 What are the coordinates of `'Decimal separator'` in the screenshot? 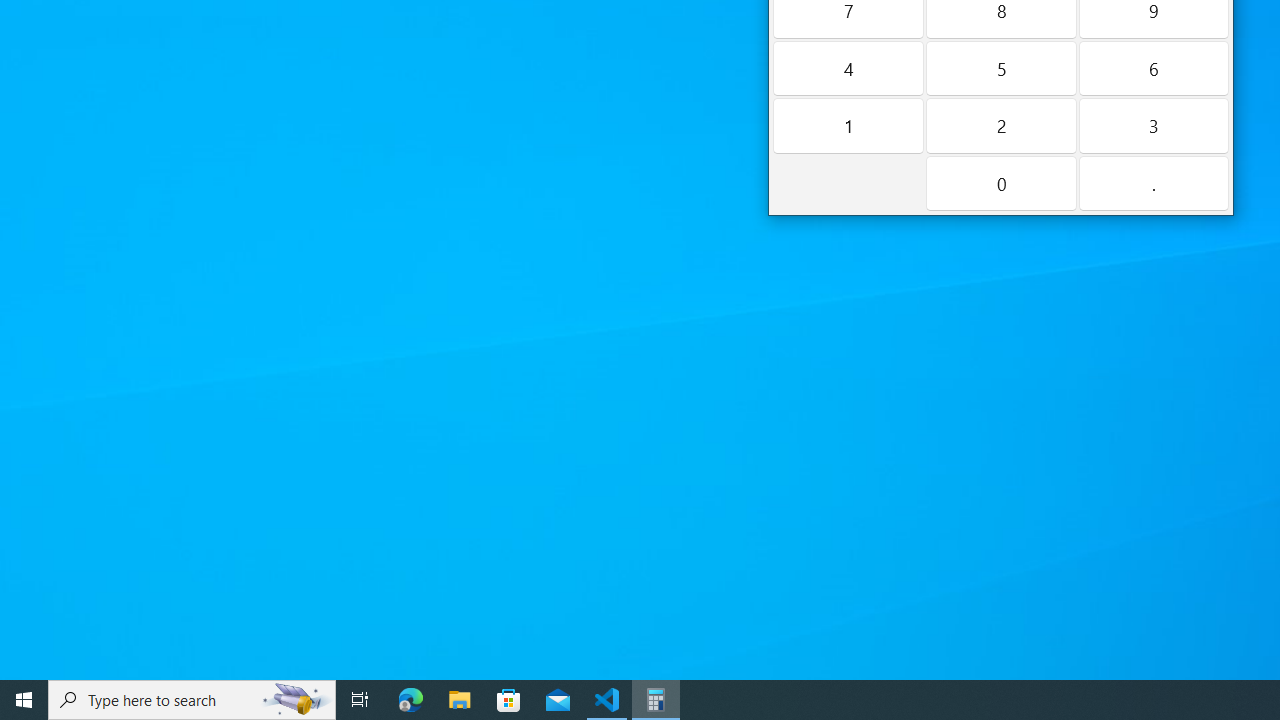 It's located at (1153, 183).